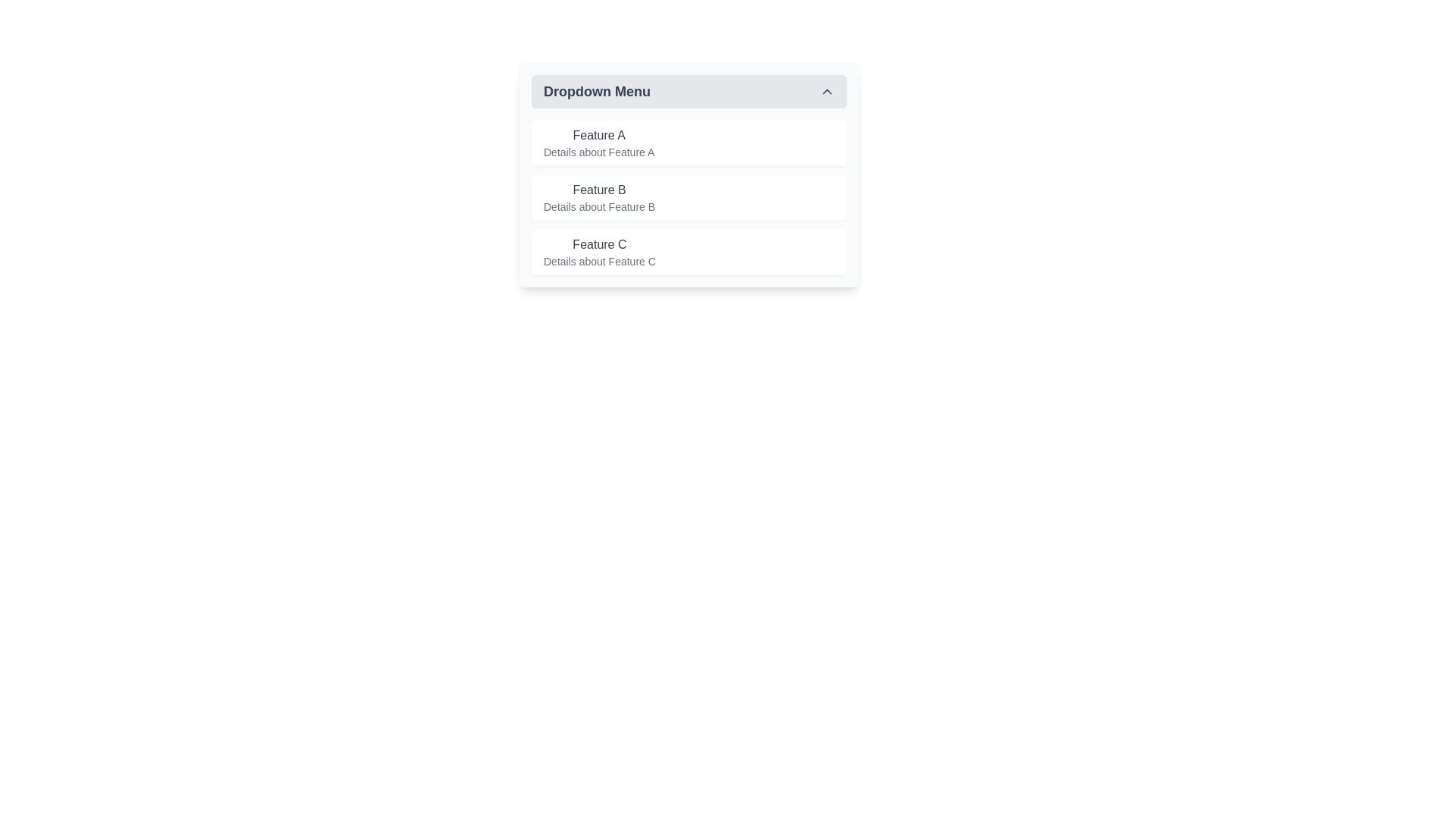  What do you see at coordinates (598, 244) in the screenshot?
I see `the text label that serves as the title for the third item in the dropdown menu, positioned above the 'Details about Feature C'` at bounding box center [598, 244].